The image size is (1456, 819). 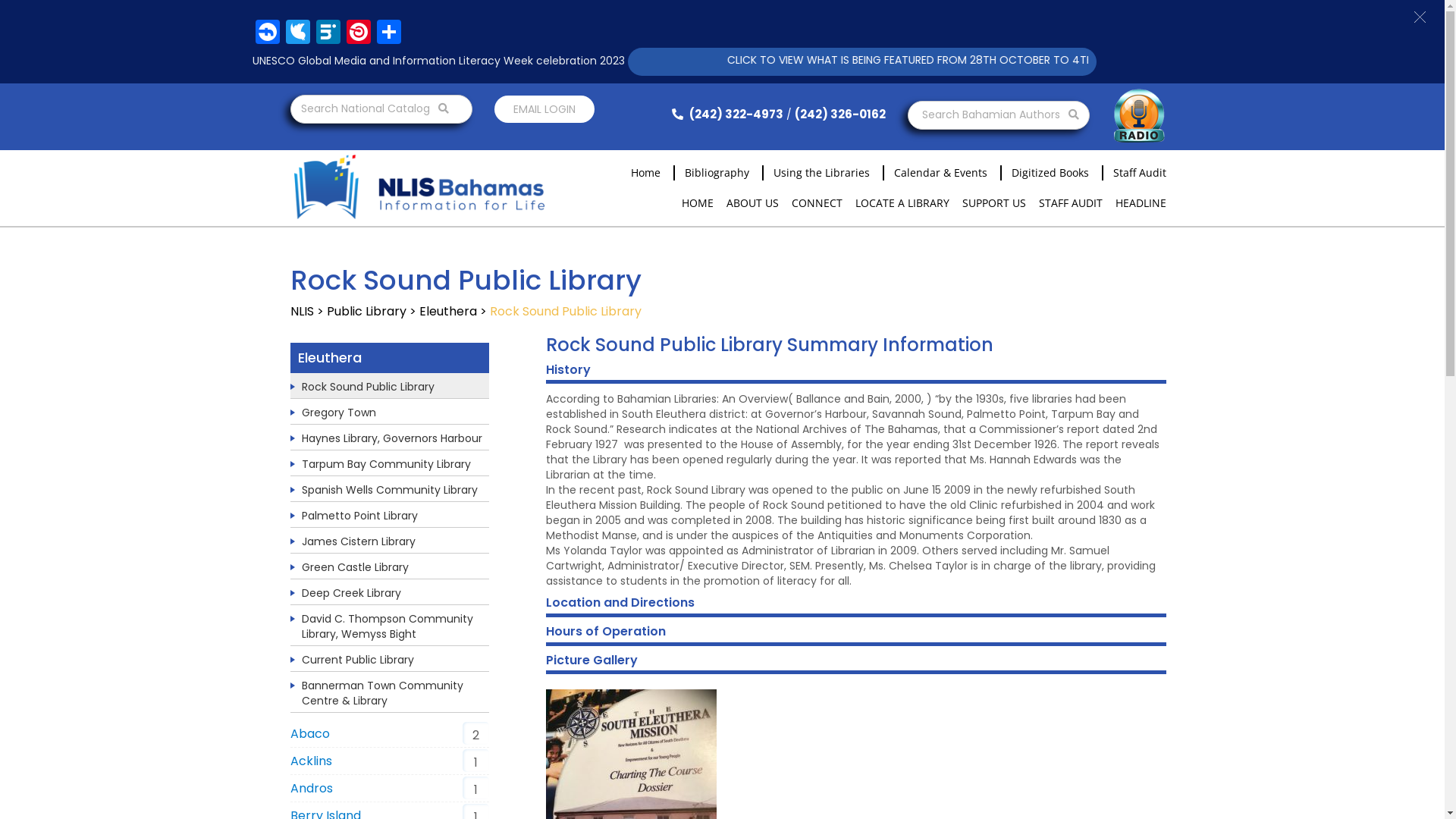 What do you see at coordinates (350, 592) in the screenshot?
I see `'Deep Creek Library'` at bounding box center [350, 592].